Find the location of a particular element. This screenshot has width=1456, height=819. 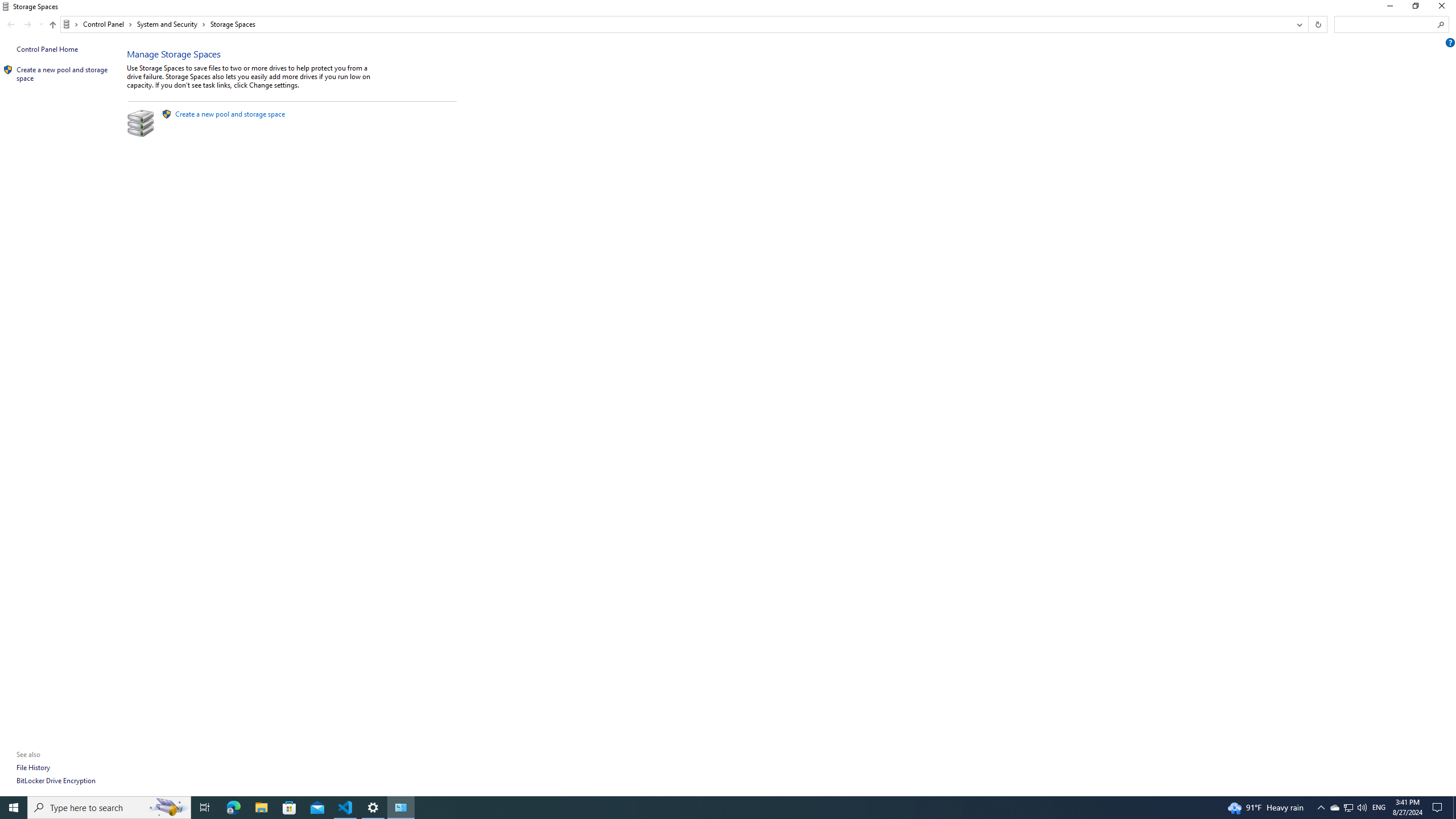

'All locations' is located at coordinates (70, 24).